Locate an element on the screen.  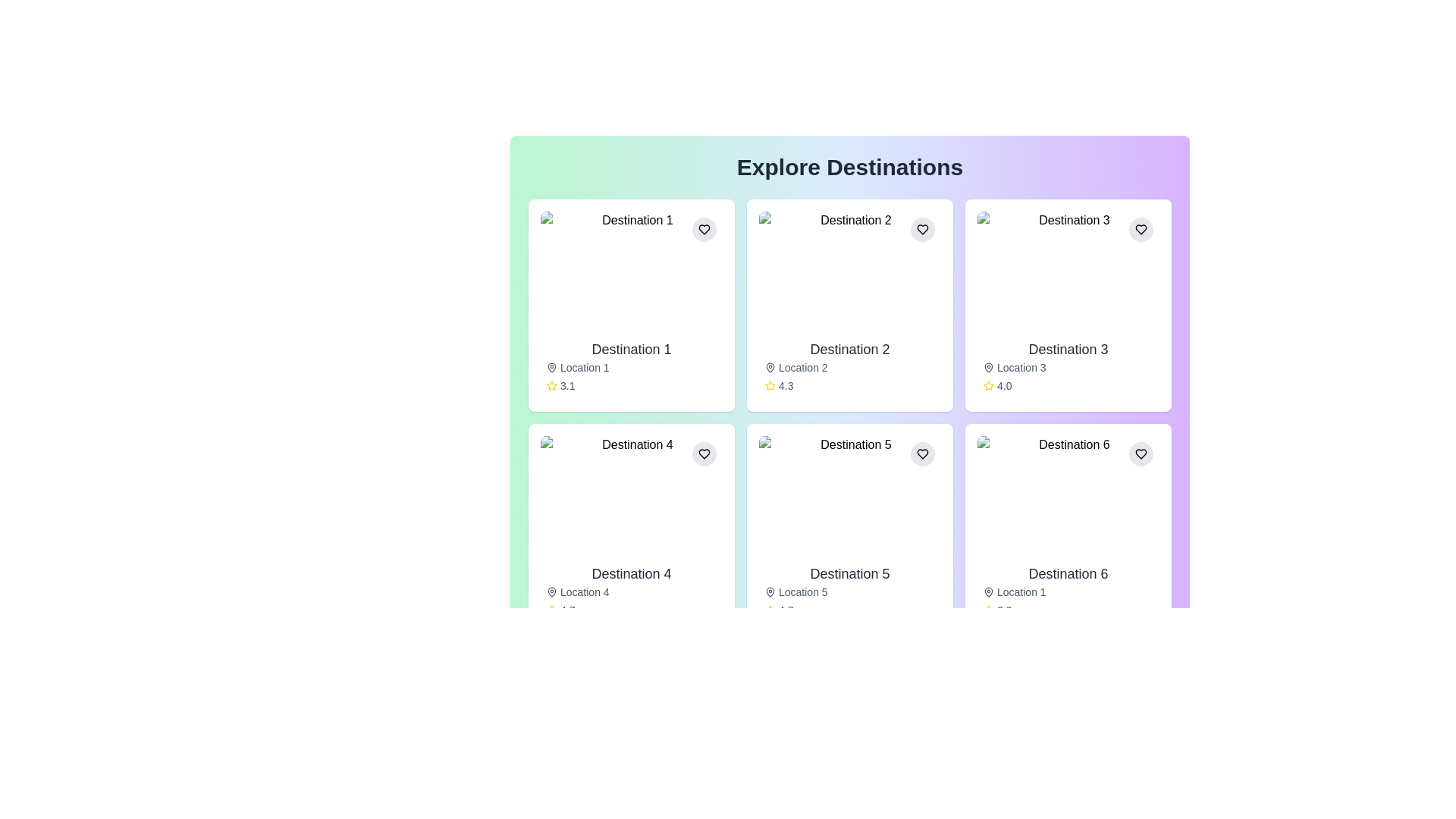
the rating icon for 'Destination 4' is located at coordinates (551, 609).